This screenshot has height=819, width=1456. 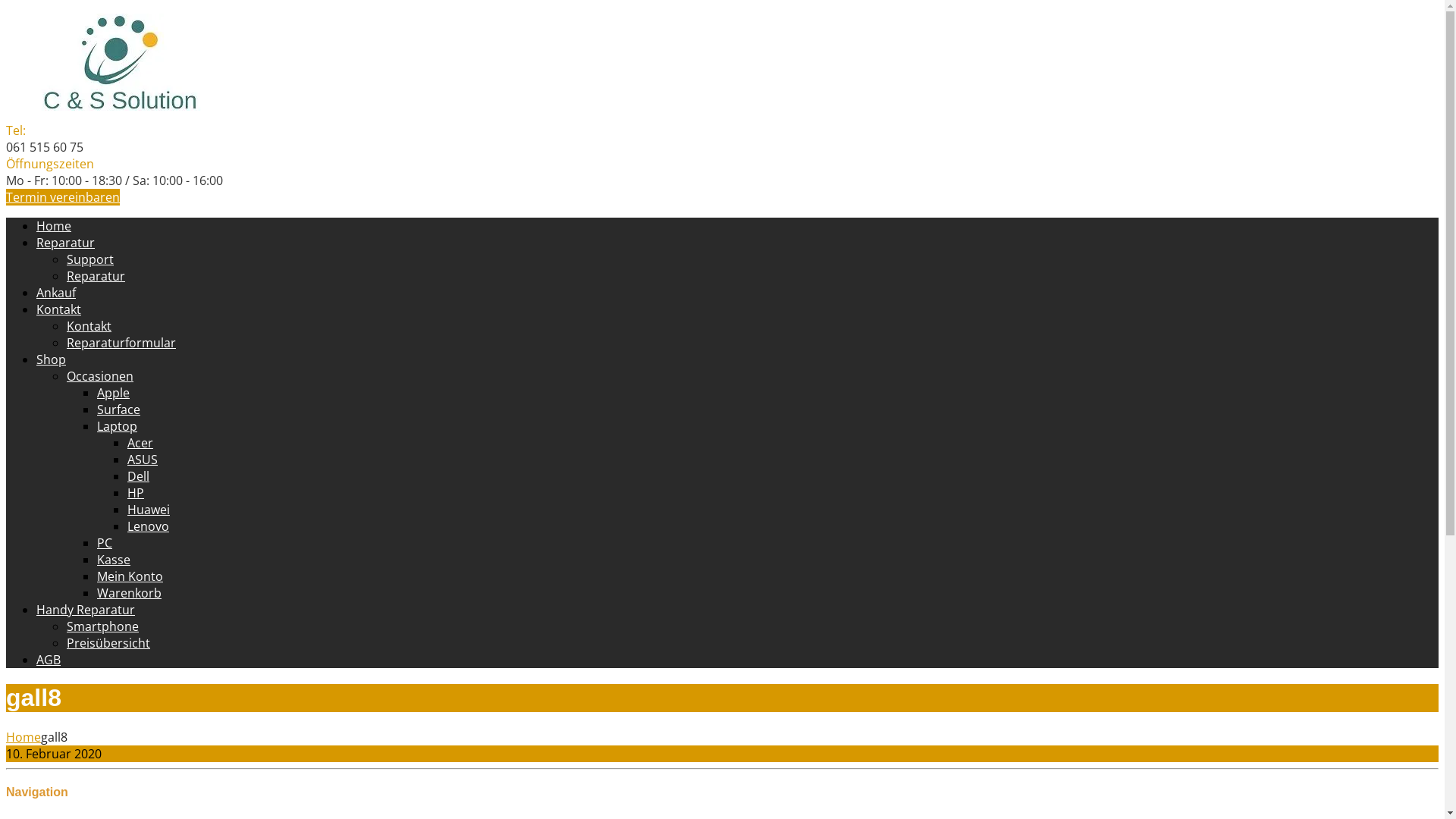 I want to click on 'Dell', so click(x=138, y=475).